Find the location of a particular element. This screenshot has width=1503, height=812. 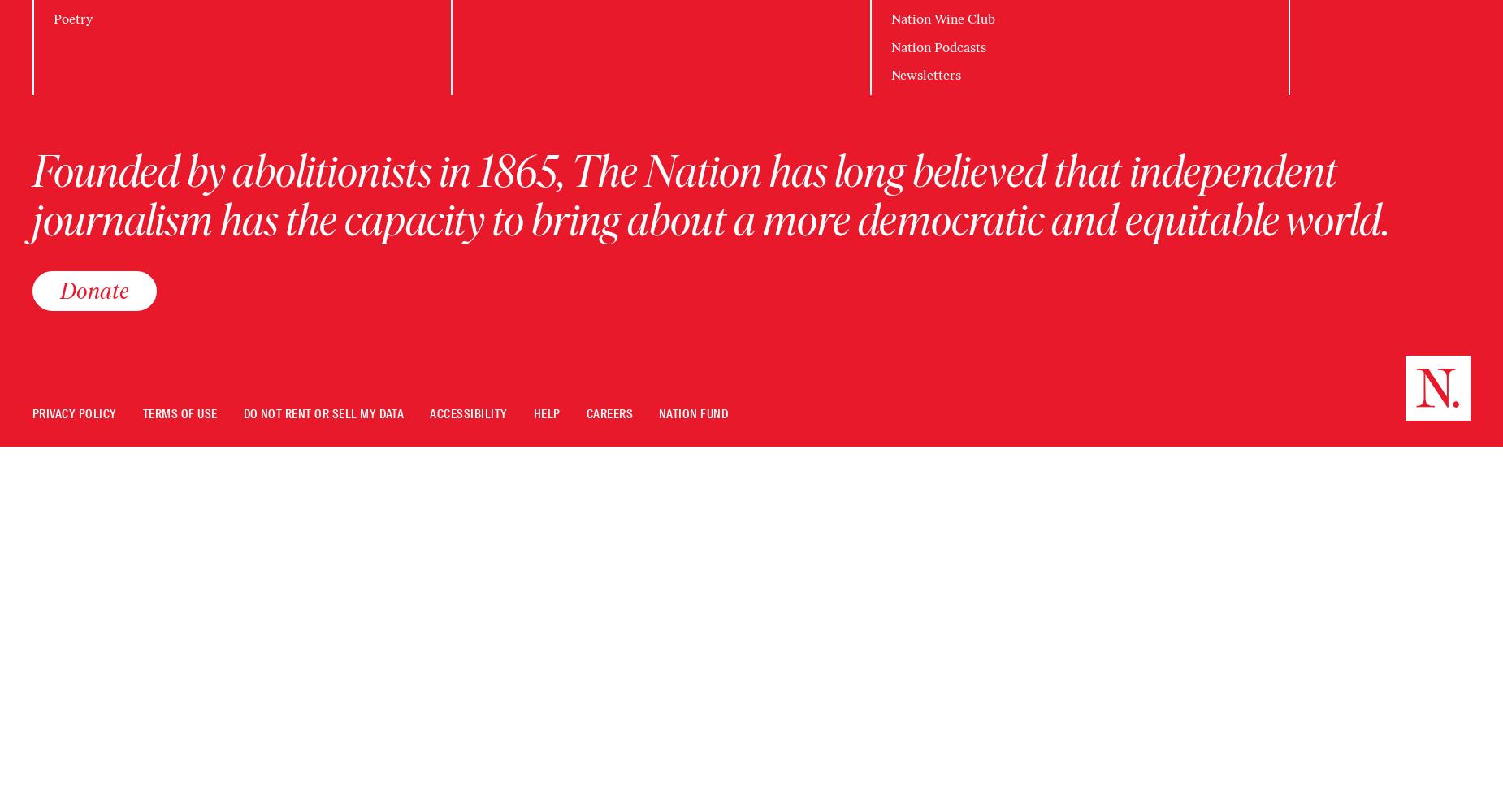

'Do Not Rent Or Sell My Data' is located at coordinates (322, 413).